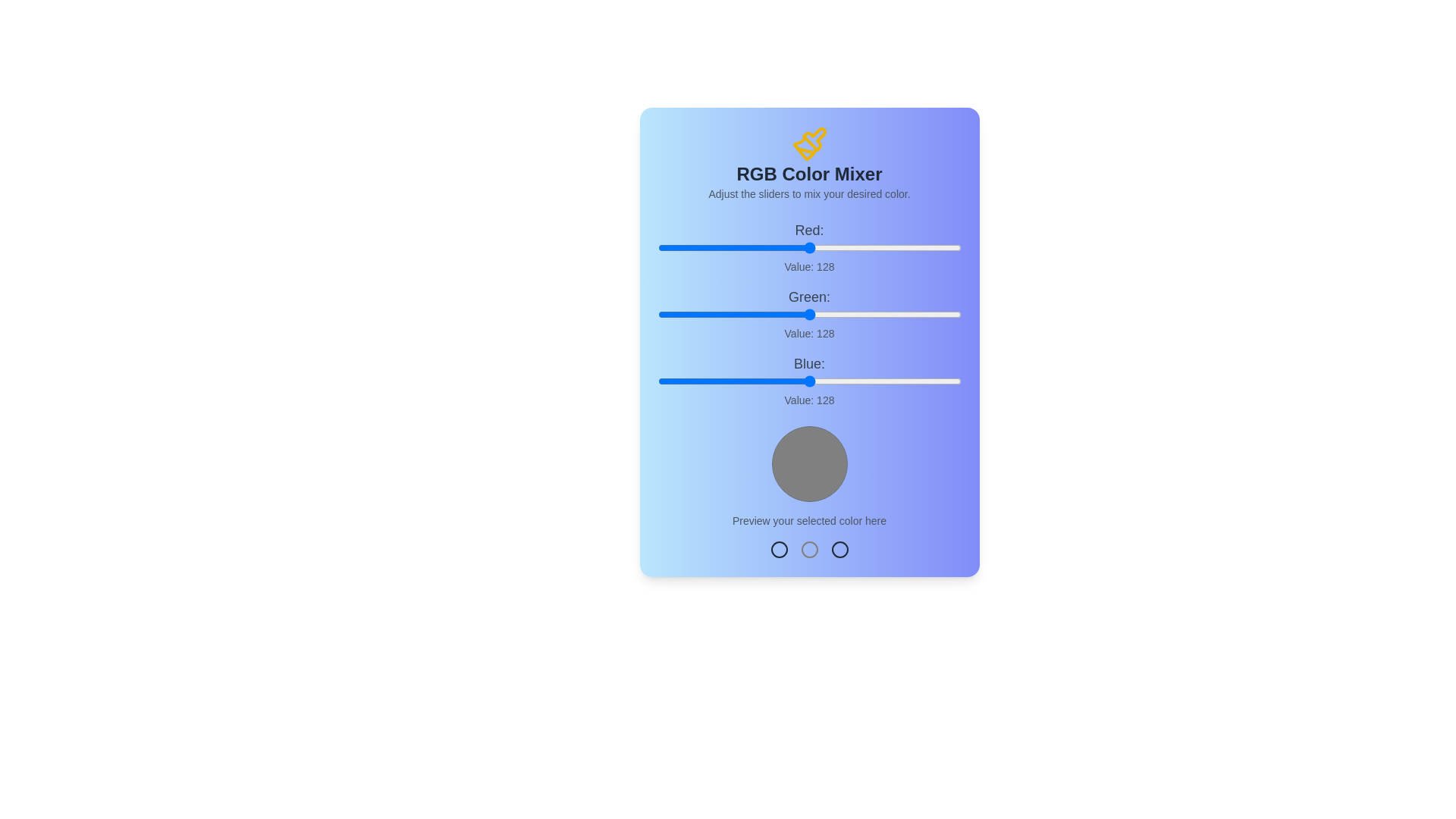 This screenshot has height=819, width=1456. What do you see at coordinates (703, 247) in the screenshot?
I see `the red slider to set the red component to 39` at bounding box center [703, 247].